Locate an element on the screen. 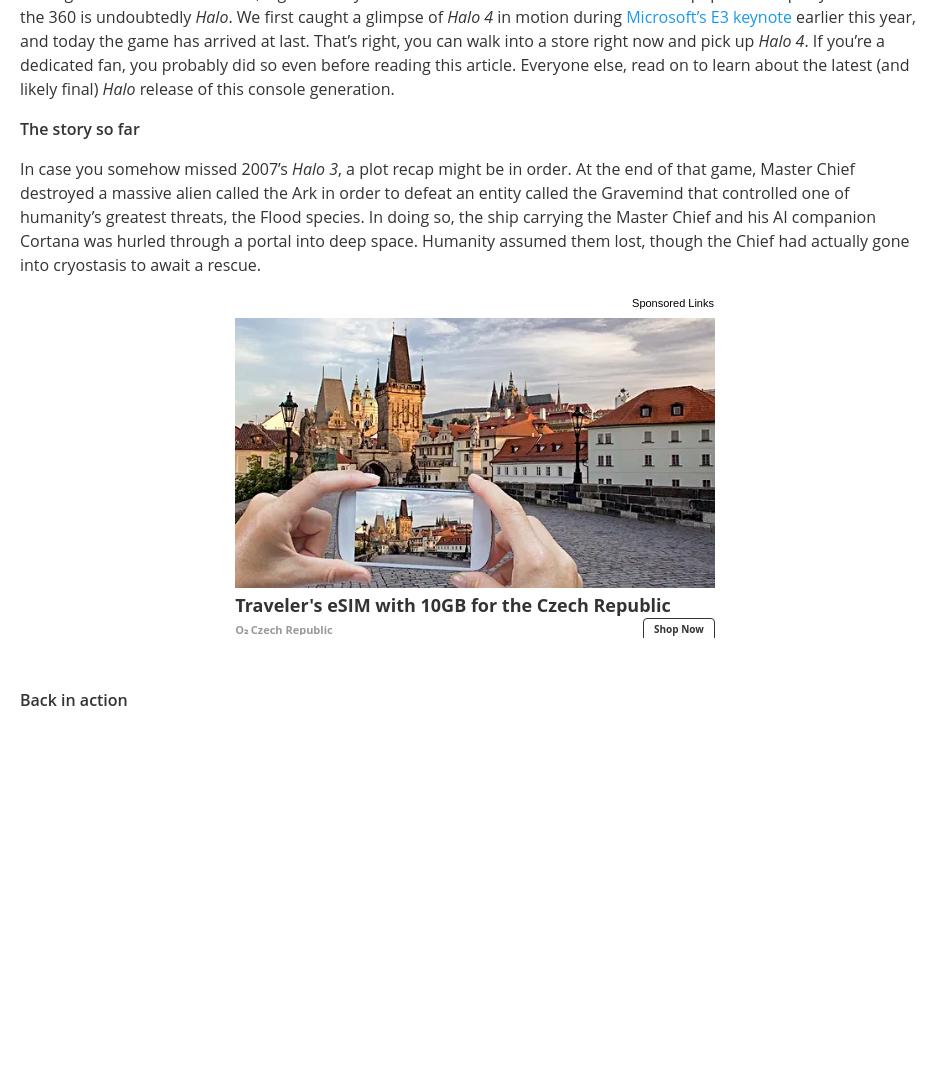  'Microsoft’s E3 keynote' is located at coordinates (708, 15).